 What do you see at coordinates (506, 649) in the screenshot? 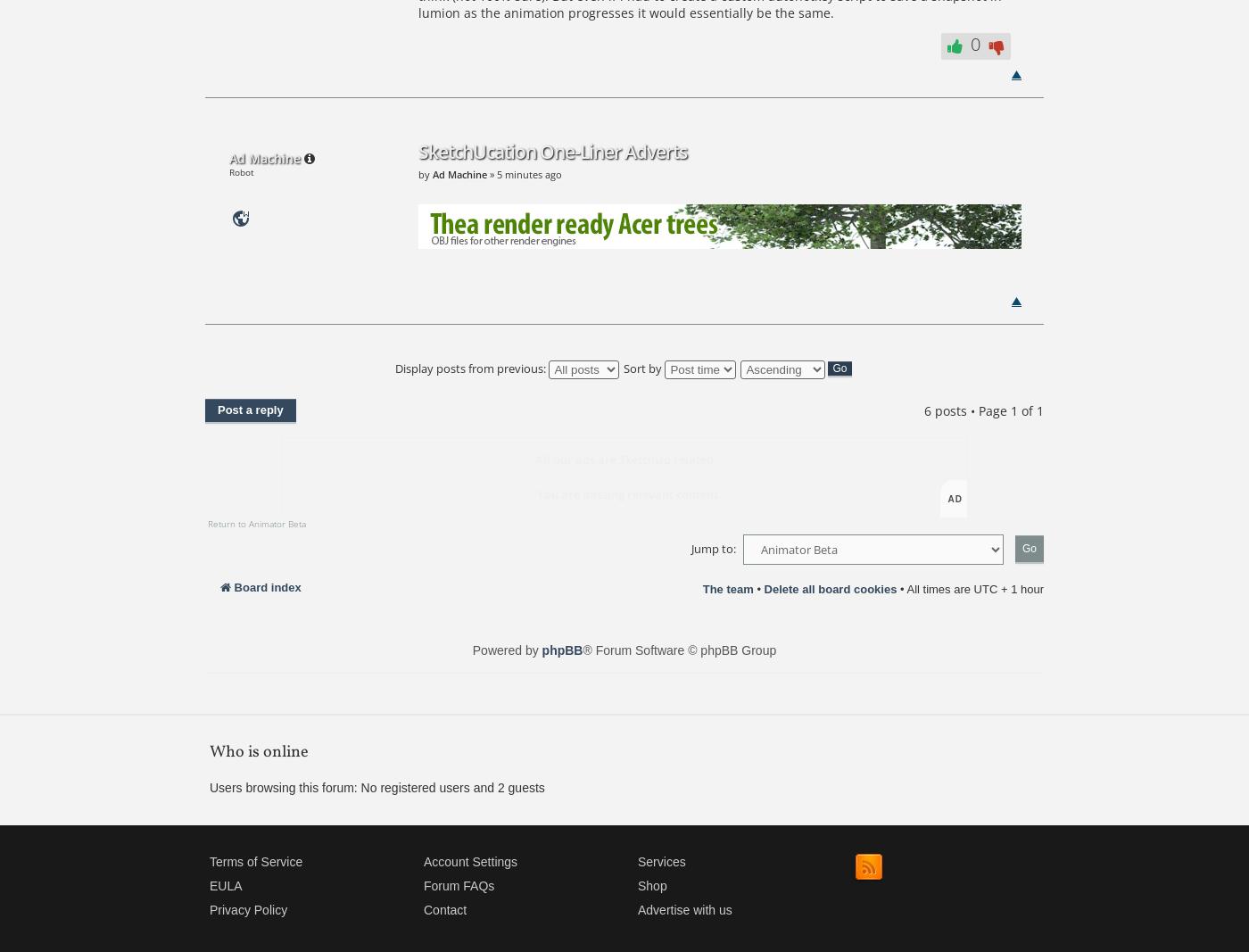
I see `'Powered by'` at bounding box center [506, 649].